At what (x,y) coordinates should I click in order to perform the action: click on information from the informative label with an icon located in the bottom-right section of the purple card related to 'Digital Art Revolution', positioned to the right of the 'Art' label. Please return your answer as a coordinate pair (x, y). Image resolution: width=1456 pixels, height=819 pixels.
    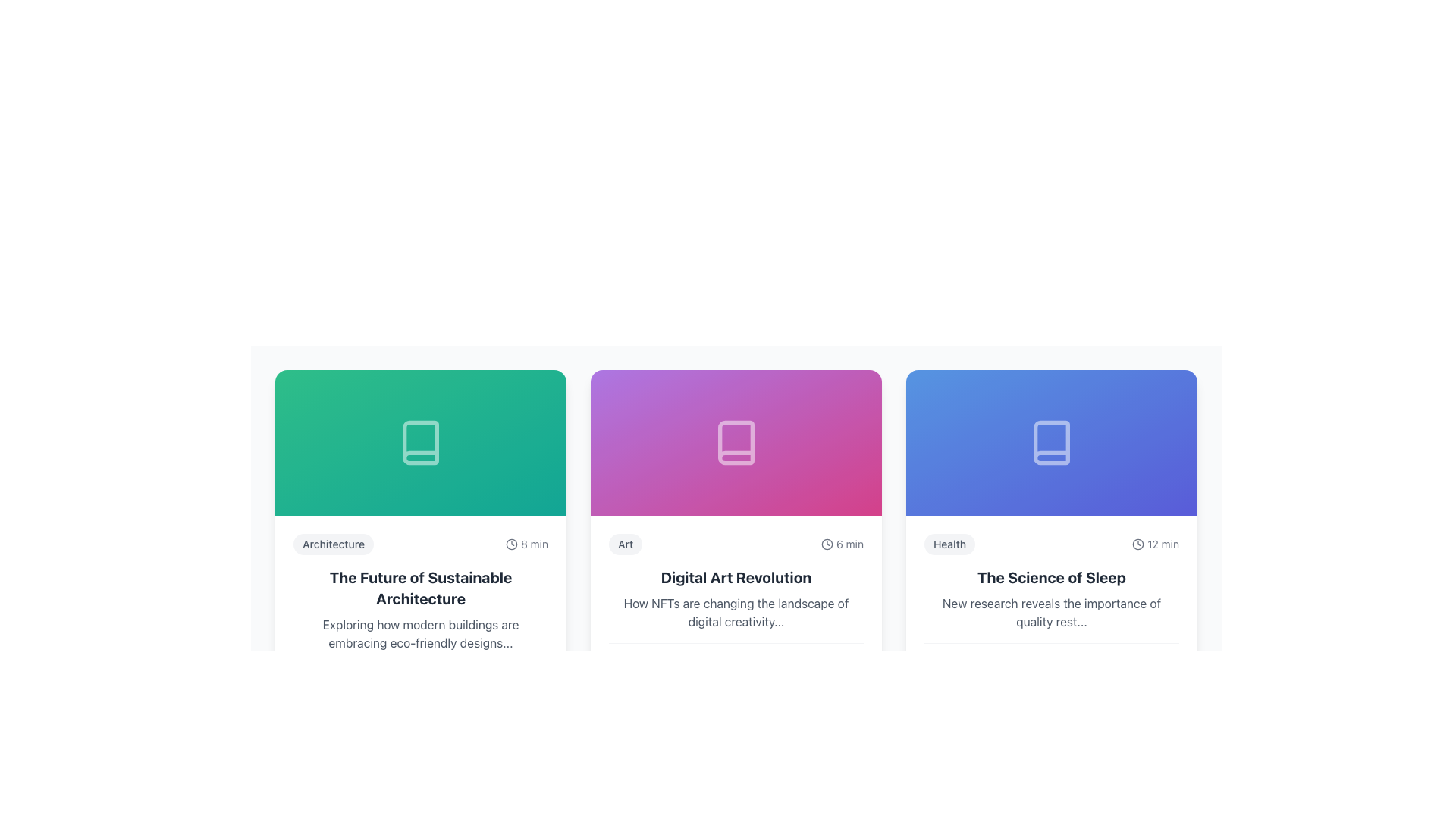
    Looking at the image, I should click on (842, 543).